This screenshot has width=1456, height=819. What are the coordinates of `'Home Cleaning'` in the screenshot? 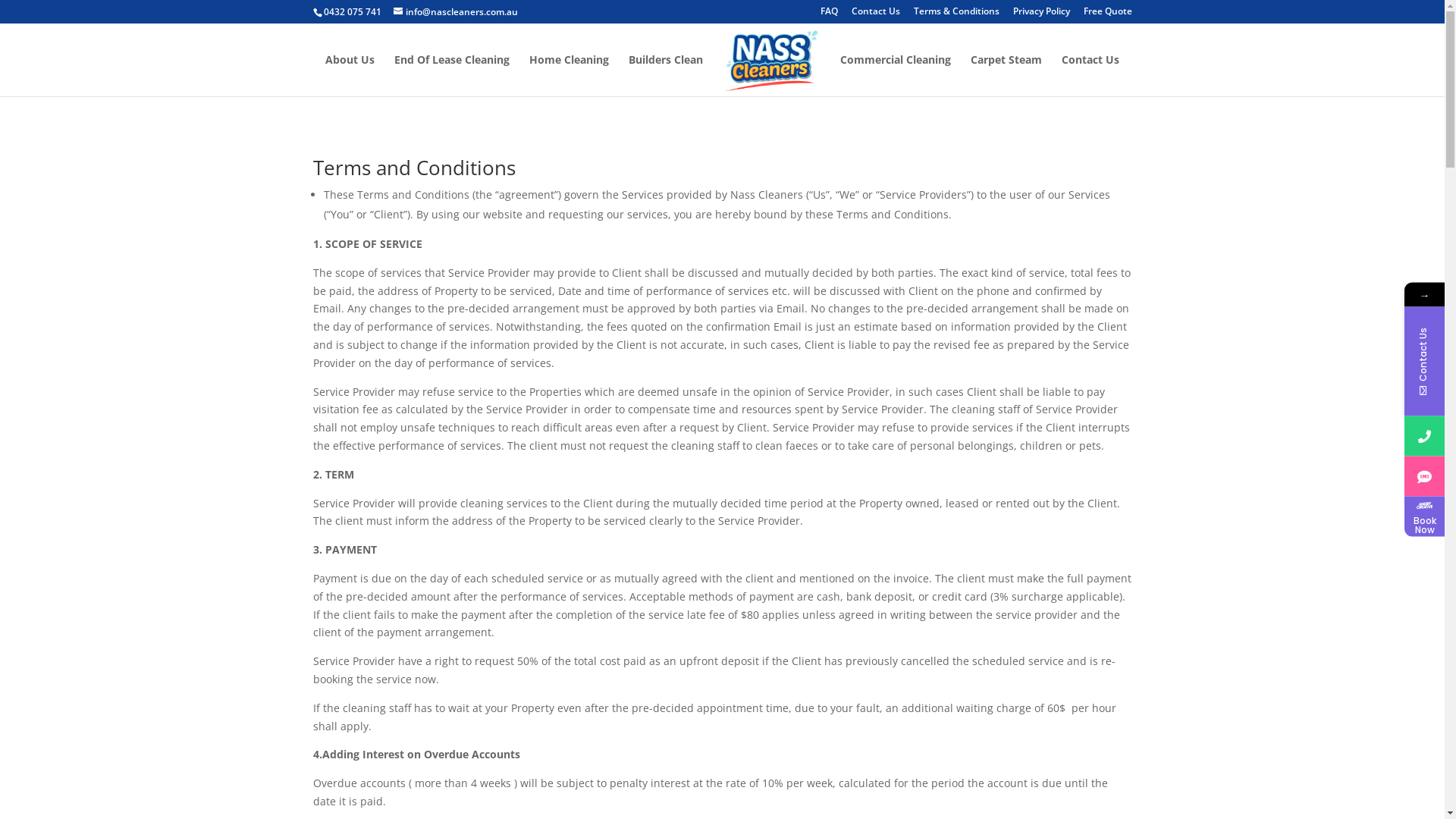 It's located at (529, 75).